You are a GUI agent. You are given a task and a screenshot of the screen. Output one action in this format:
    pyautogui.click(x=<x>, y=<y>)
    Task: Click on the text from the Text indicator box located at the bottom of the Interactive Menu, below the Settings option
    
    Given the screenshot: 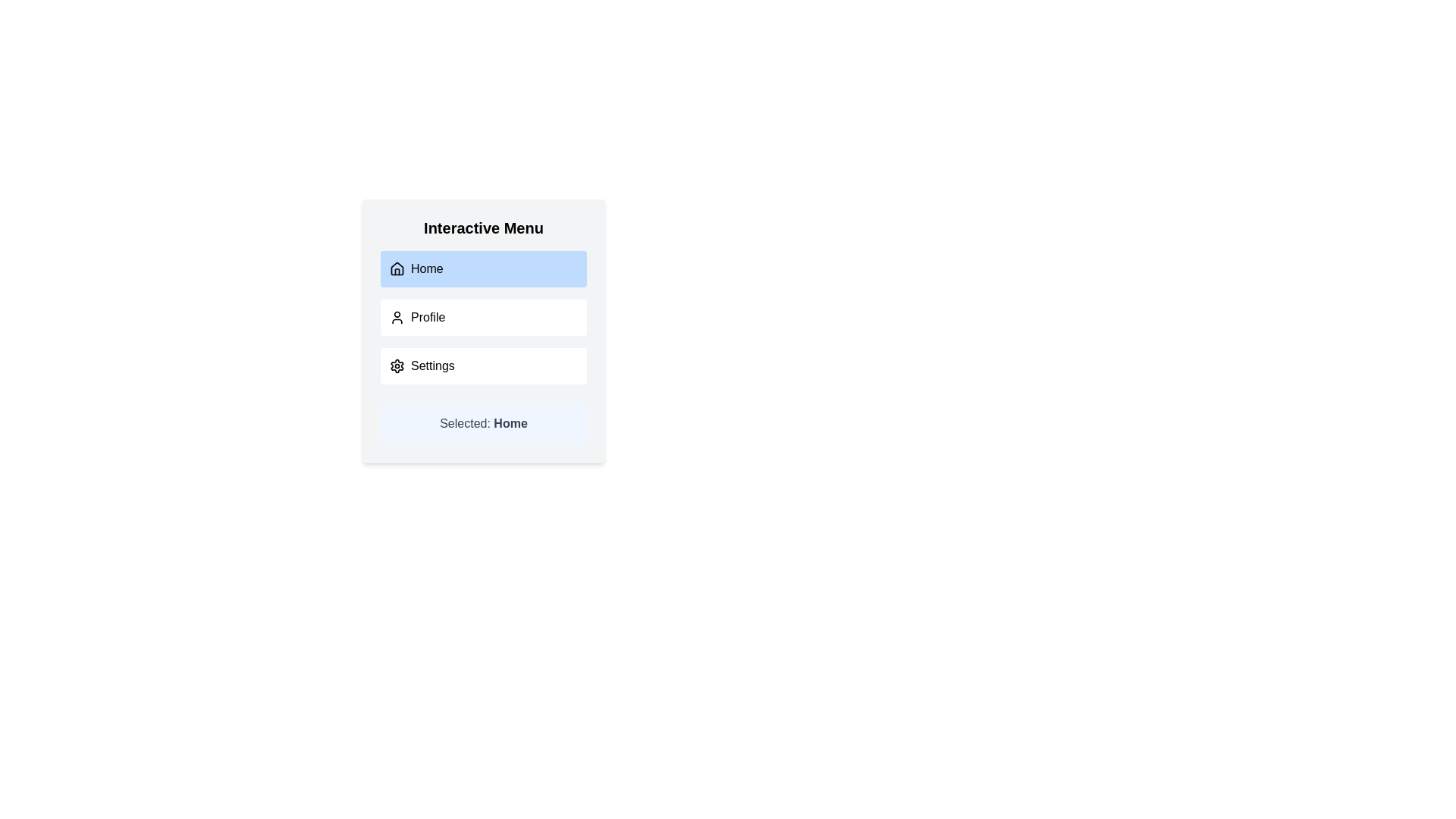 What is the action you would take?
    pyautogui.click(x=483, y=424)
    